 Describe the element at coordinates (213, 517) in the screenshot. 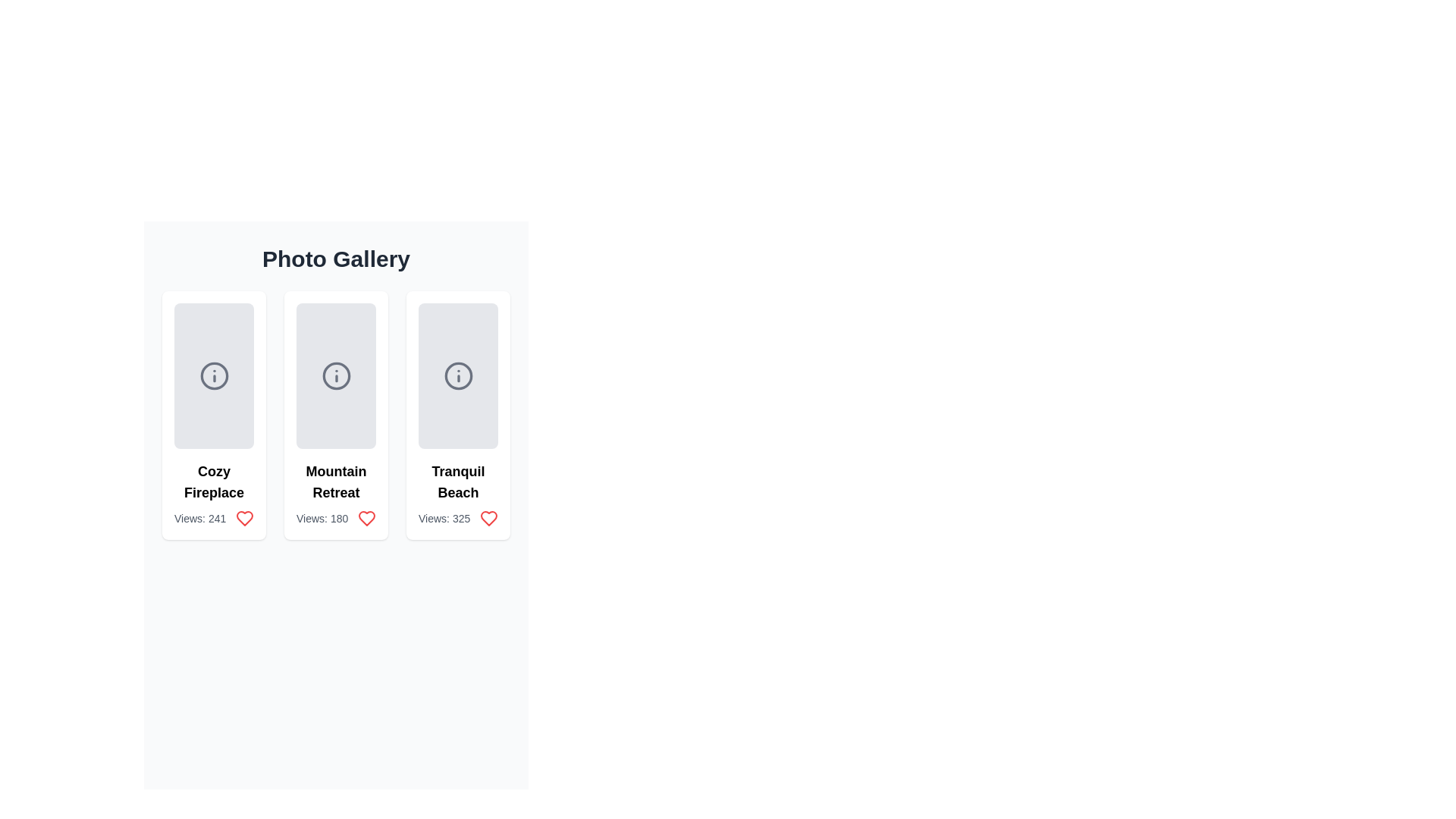

I see `number of views displayed in the Text Label located at the bottom section of the 'Cozy Fireplace' card, aligned with the heart icon on its right` at that location.